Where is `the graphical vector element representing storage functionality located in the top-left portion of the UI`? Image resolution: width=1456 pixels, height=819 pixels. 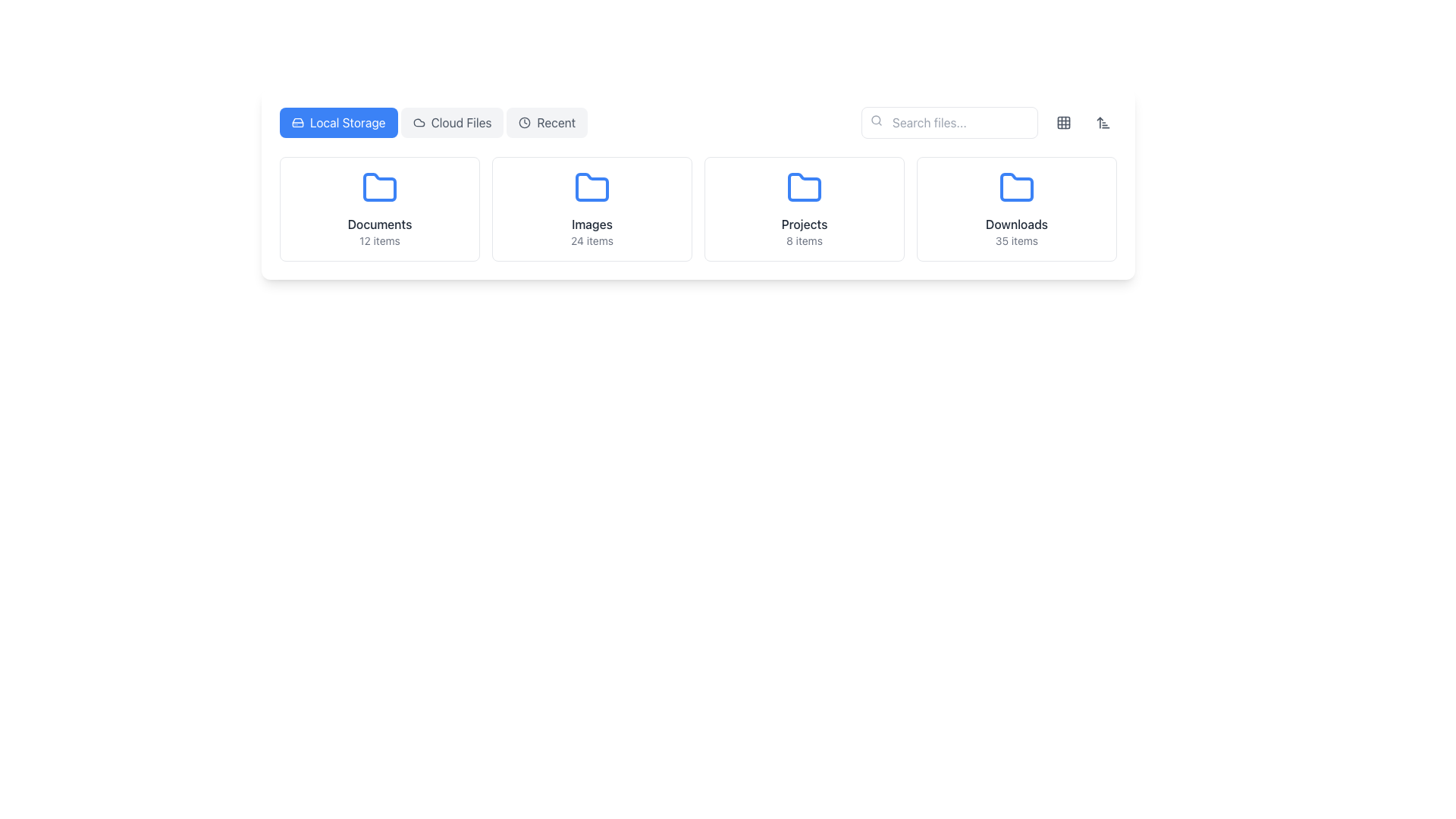 the graphical vector element representing storage functionality located in the top-left portion of the UI is located at coordinates (298, 122).